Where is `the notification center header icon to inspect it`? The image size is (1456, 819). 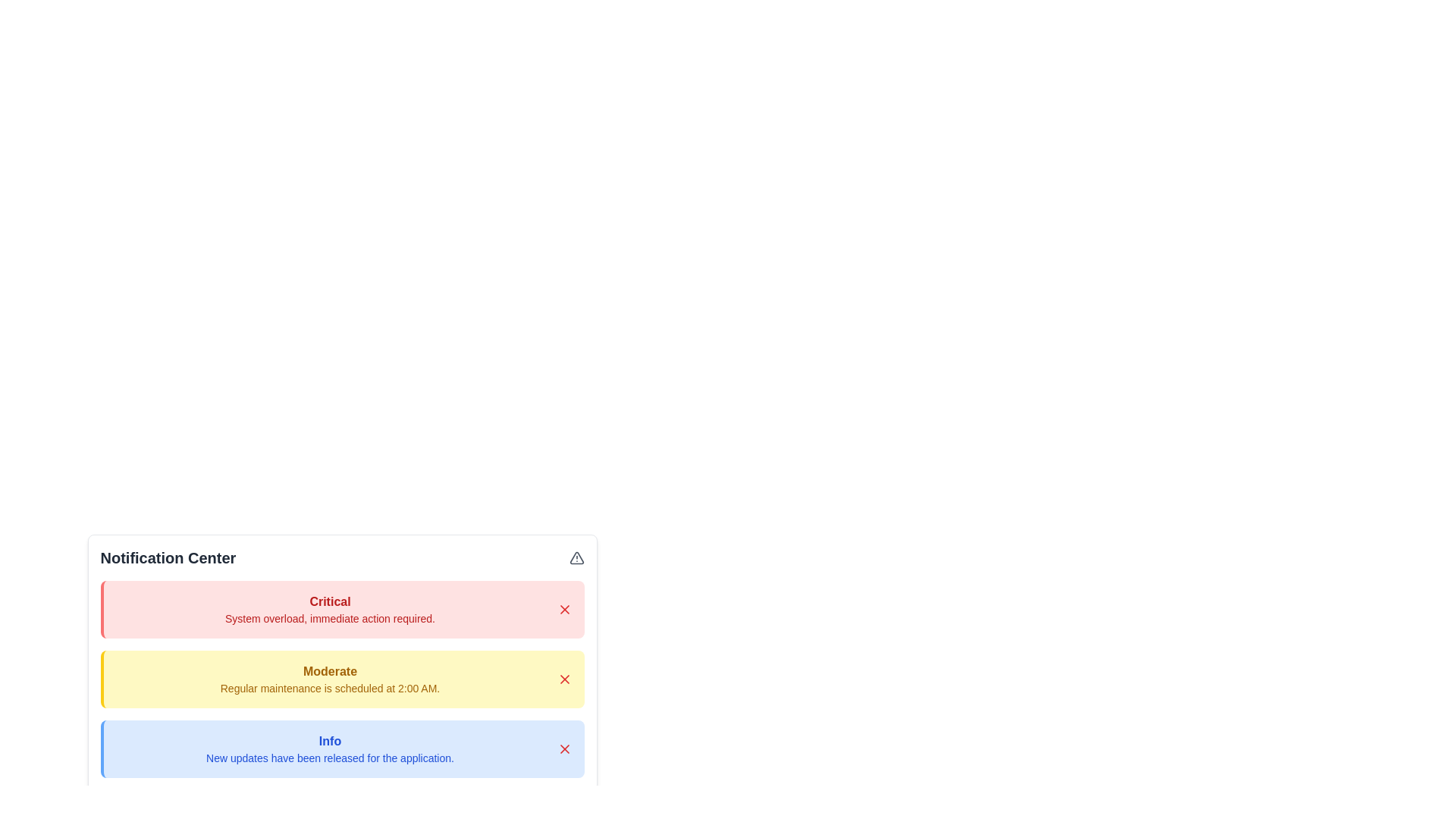
the notification center header icon to inspect it is located at coordinates (576, 558).